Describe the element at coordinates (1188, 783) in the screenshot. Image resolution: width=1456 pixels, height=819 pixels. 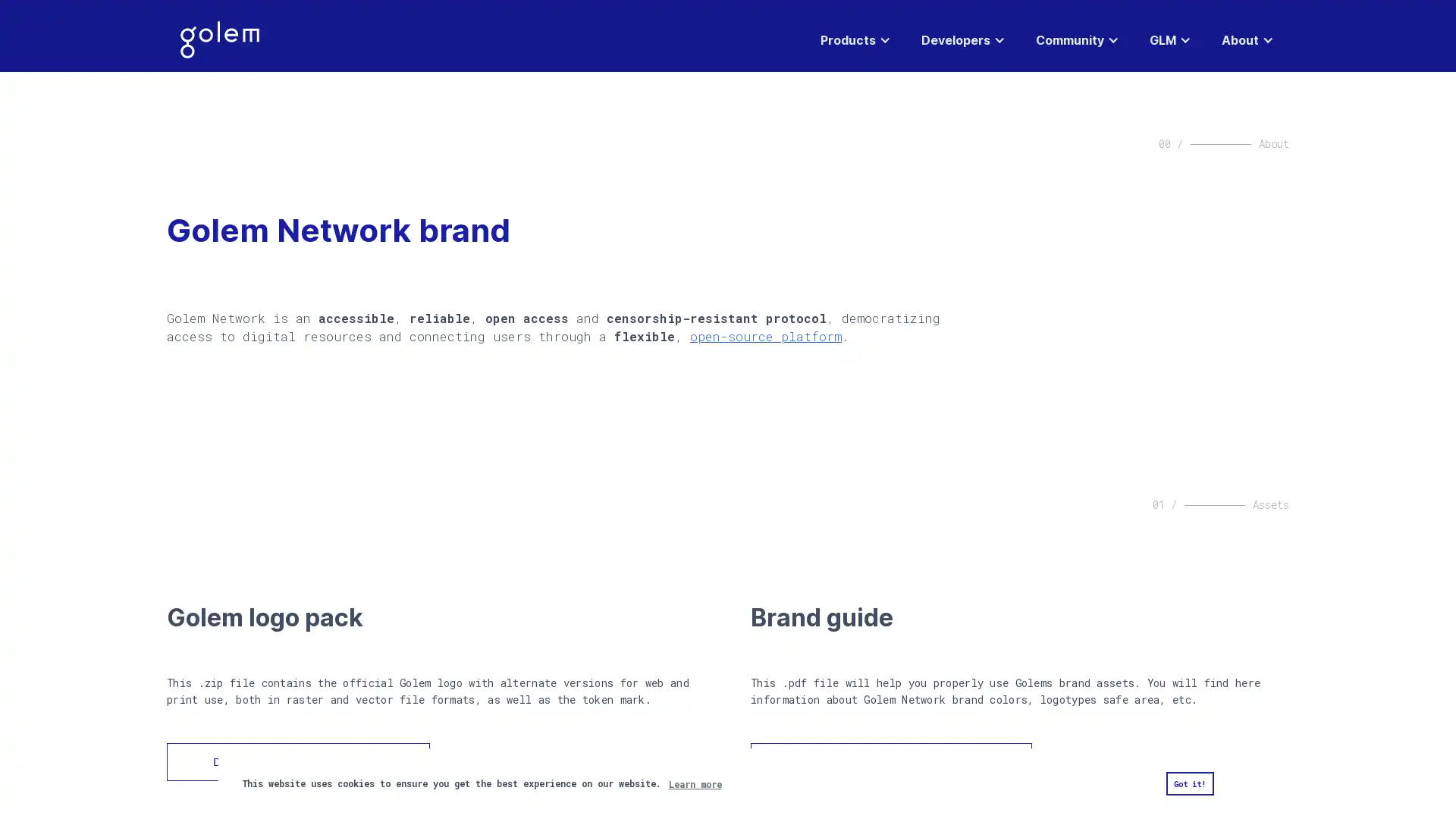
I see `dismiss cookie message` at that location.